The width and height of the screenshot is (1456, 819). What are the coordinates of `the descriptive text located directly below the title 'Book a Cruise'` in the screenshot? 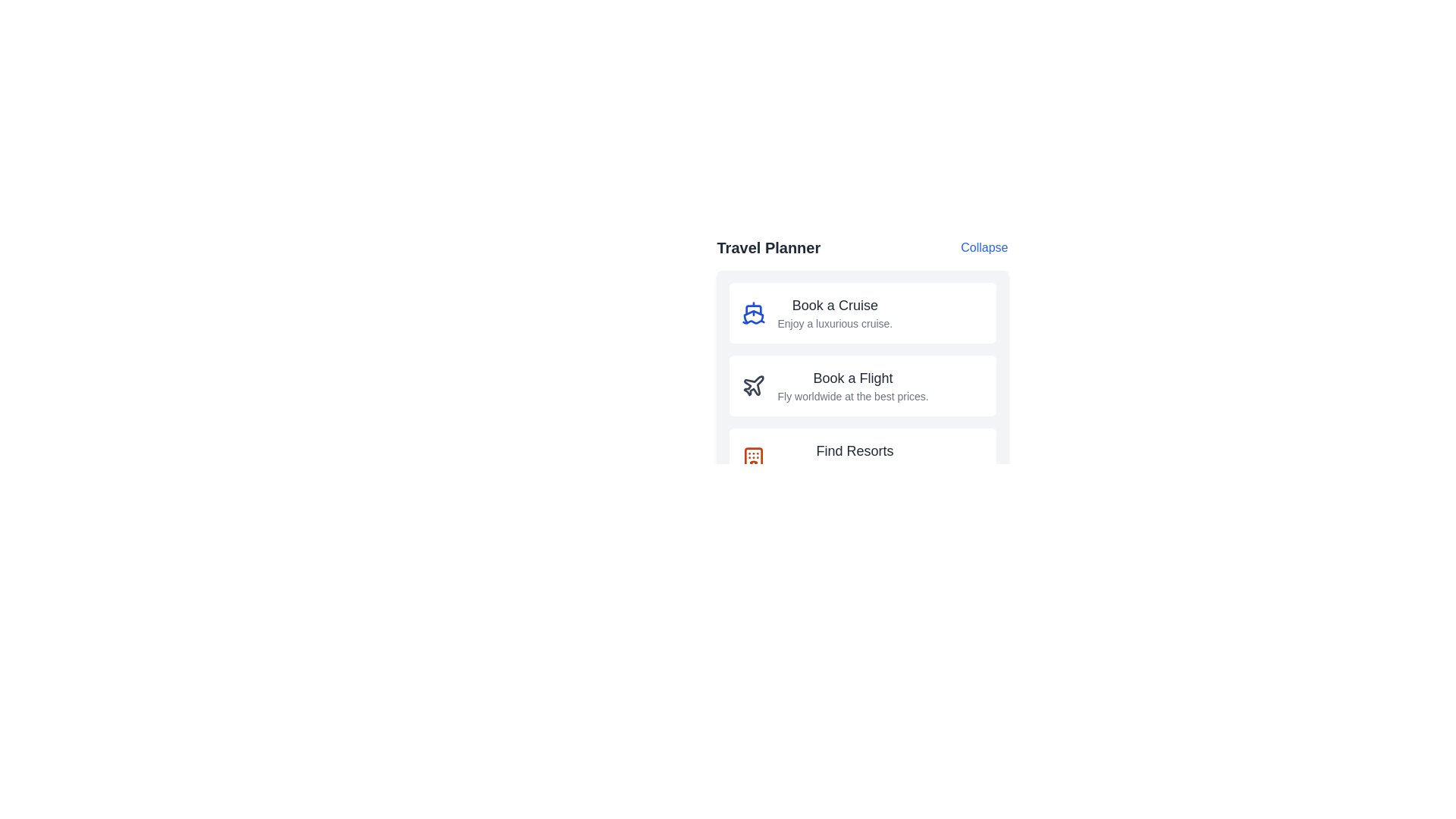 It's located at (834, 323).